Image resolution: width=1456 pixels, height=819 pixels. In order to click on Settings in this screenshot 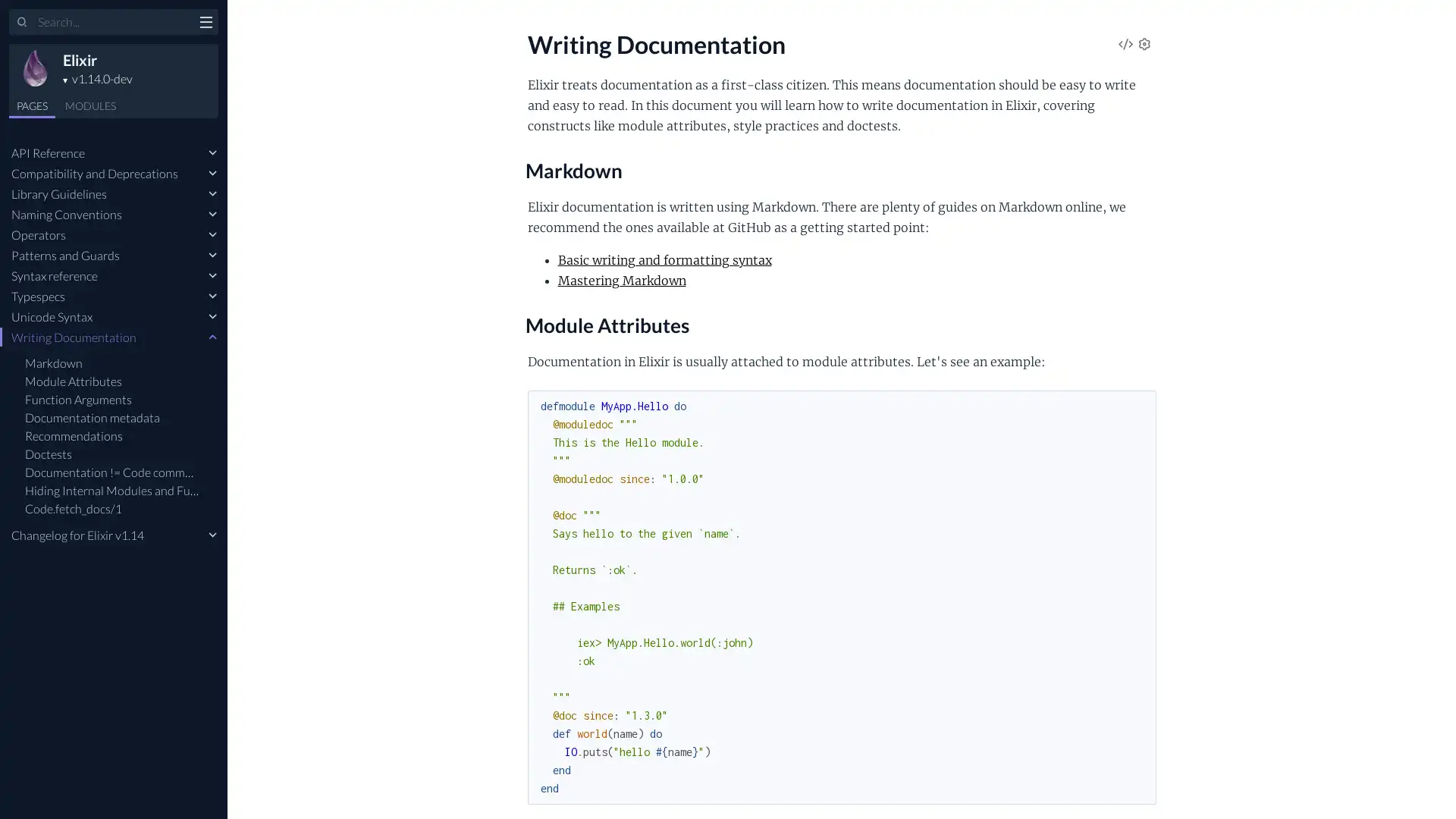, I will do `click(1144, 45)`.